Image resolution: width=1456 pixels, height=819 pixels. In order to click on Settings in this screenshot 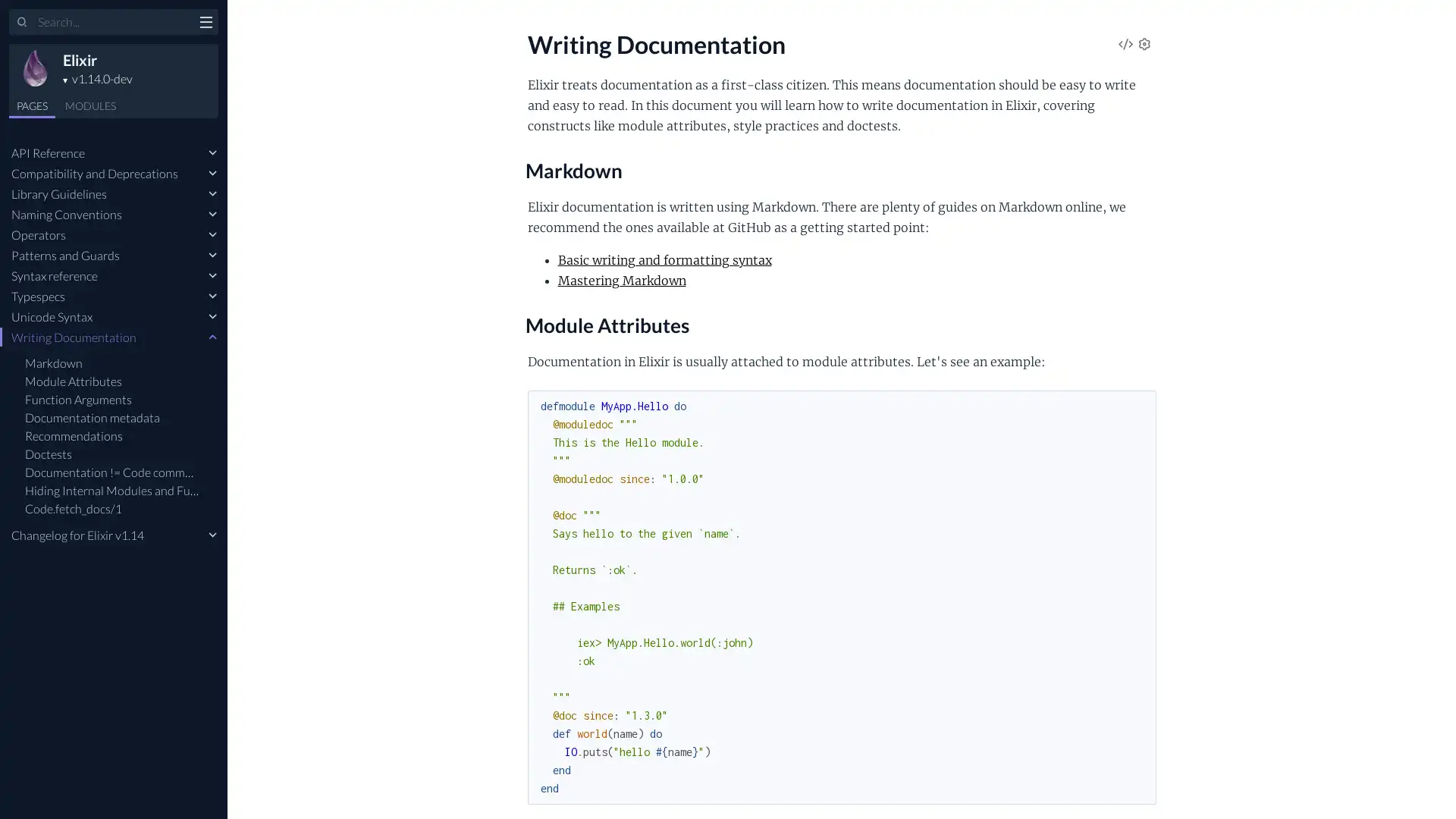, I will do `click(1144, 45)`.